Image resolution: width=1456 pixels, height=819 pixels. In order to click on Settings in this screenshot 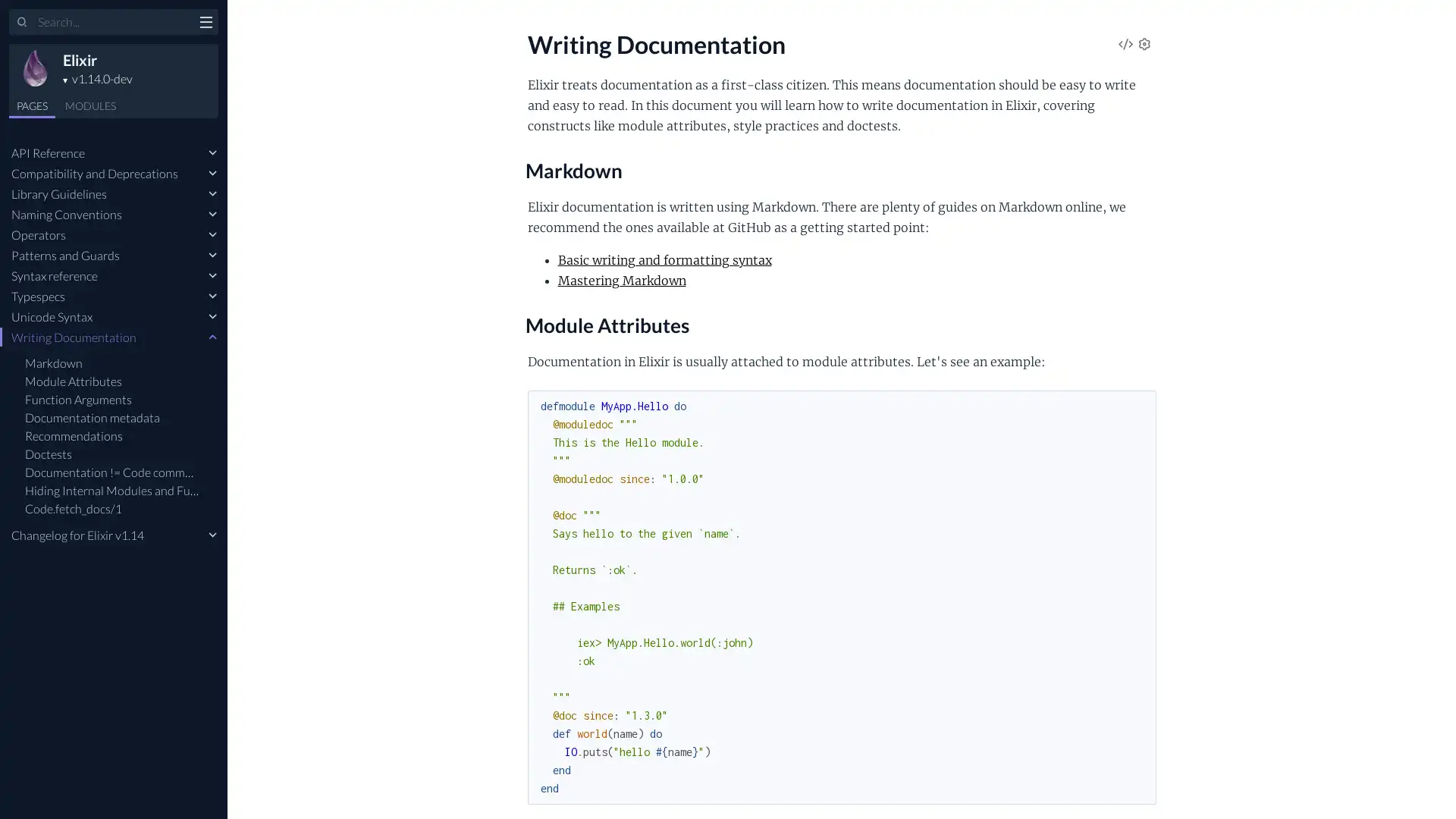, I will do `click(1144, 45)`.